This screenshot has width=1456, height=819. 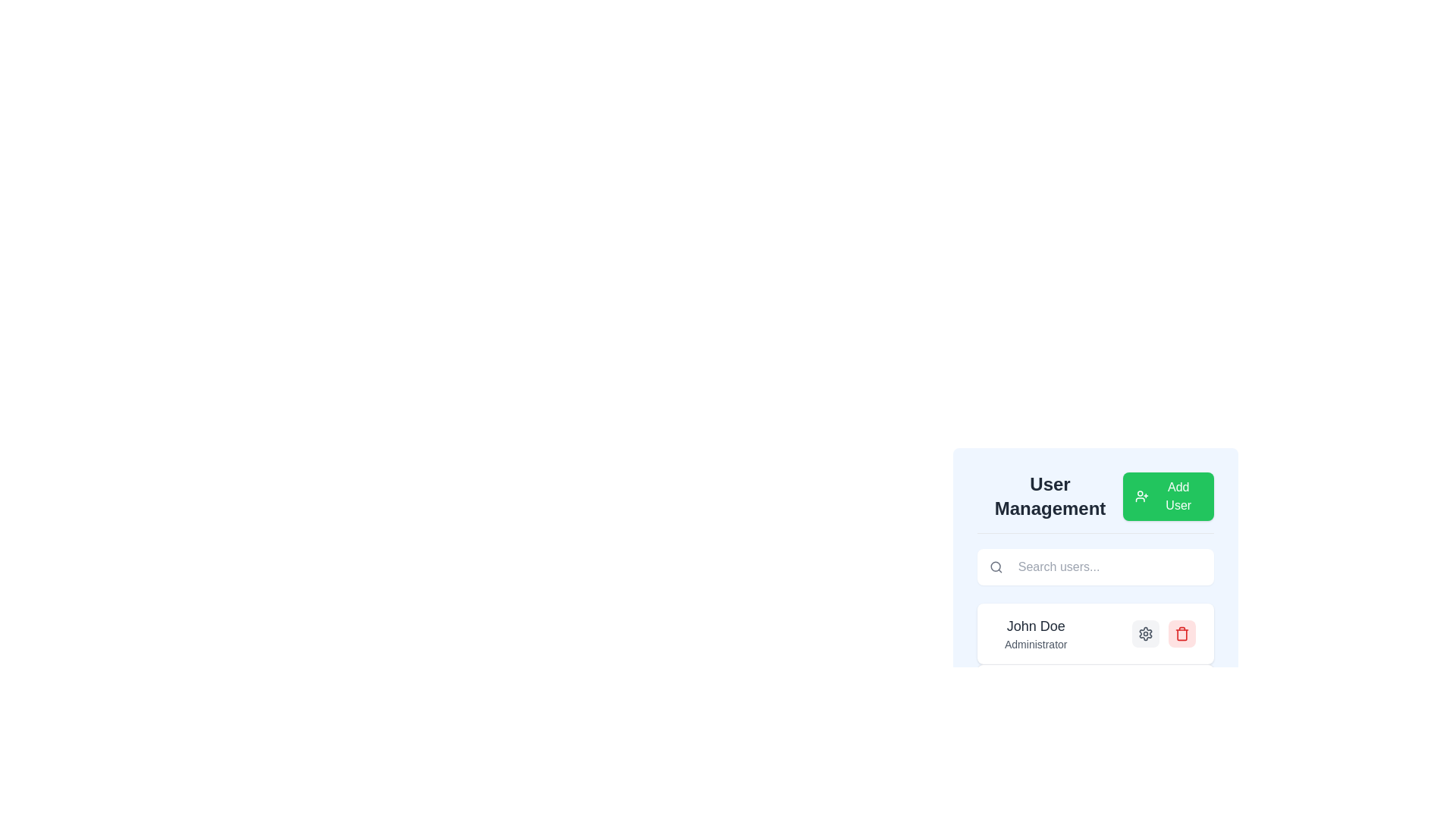 I want to click on the text display that shows the user's name and role within the 'User Management' card layout, located in the lower-right section of the interface, so click(x=1031, y=634).